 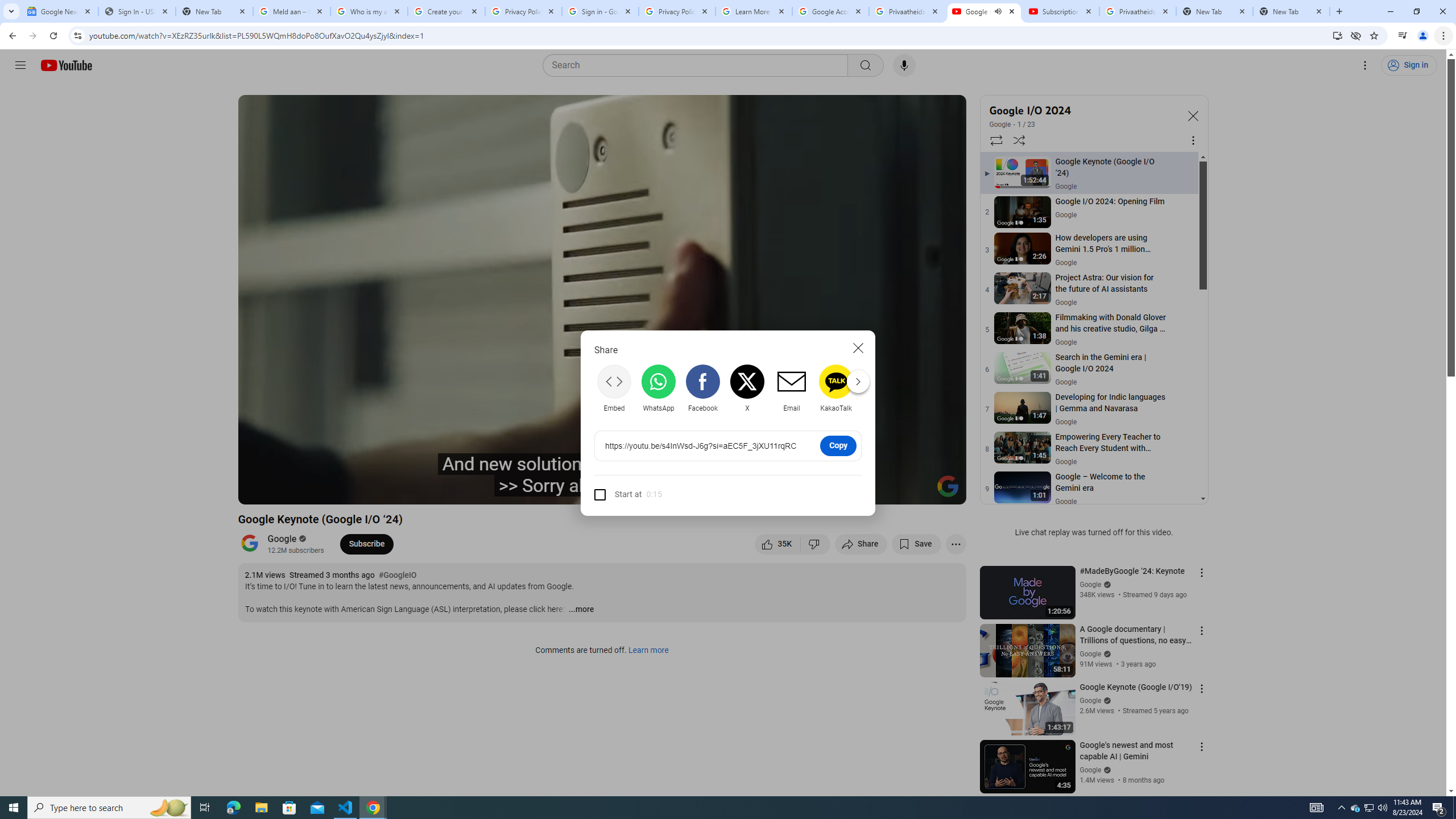 What do you see at coordinates (617, 494) in the screenshot?
I see `'Start at'` at bounding box center [617, 494].